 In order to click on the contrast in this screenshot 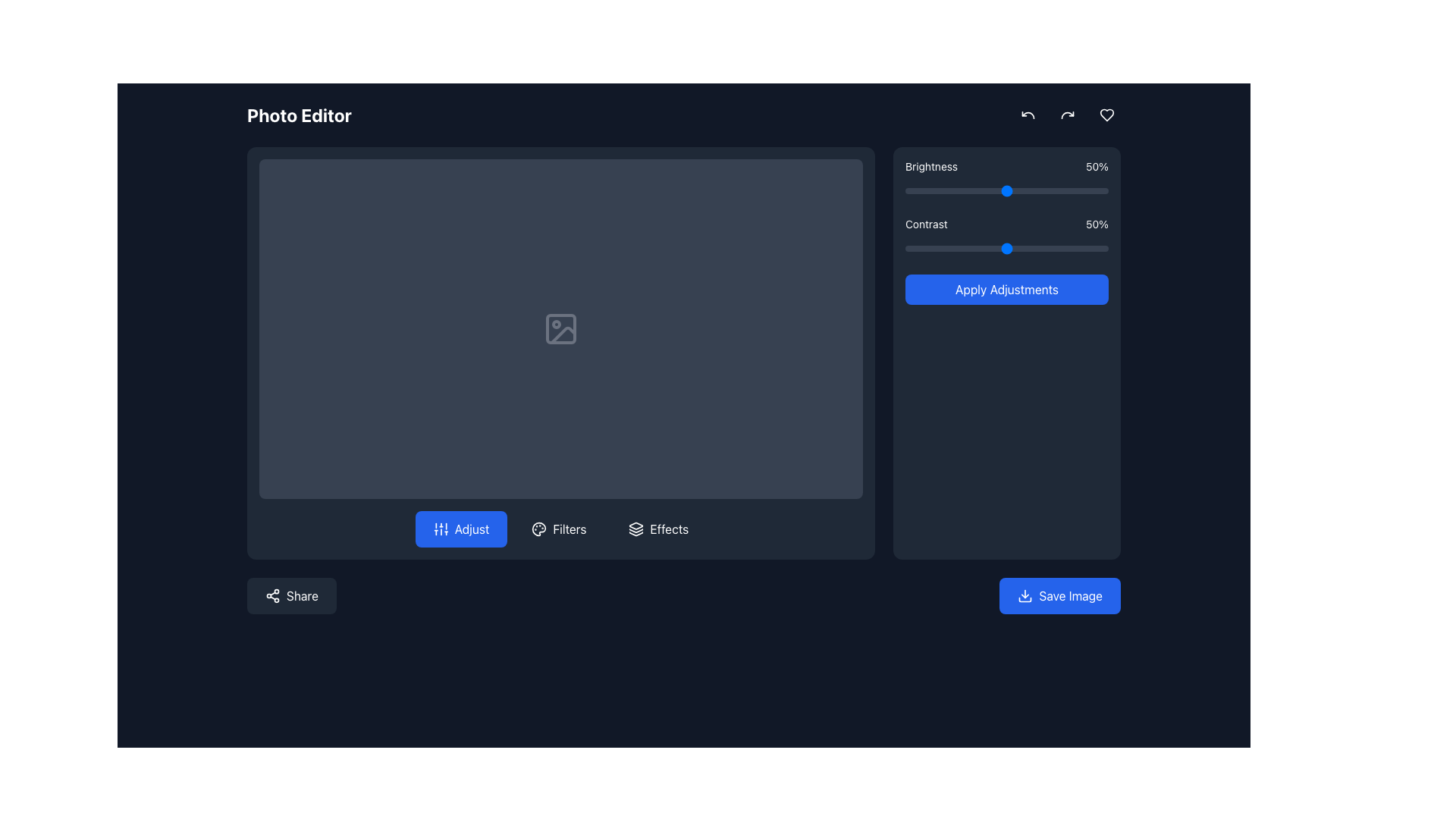, I will do `click(976, 247)`.